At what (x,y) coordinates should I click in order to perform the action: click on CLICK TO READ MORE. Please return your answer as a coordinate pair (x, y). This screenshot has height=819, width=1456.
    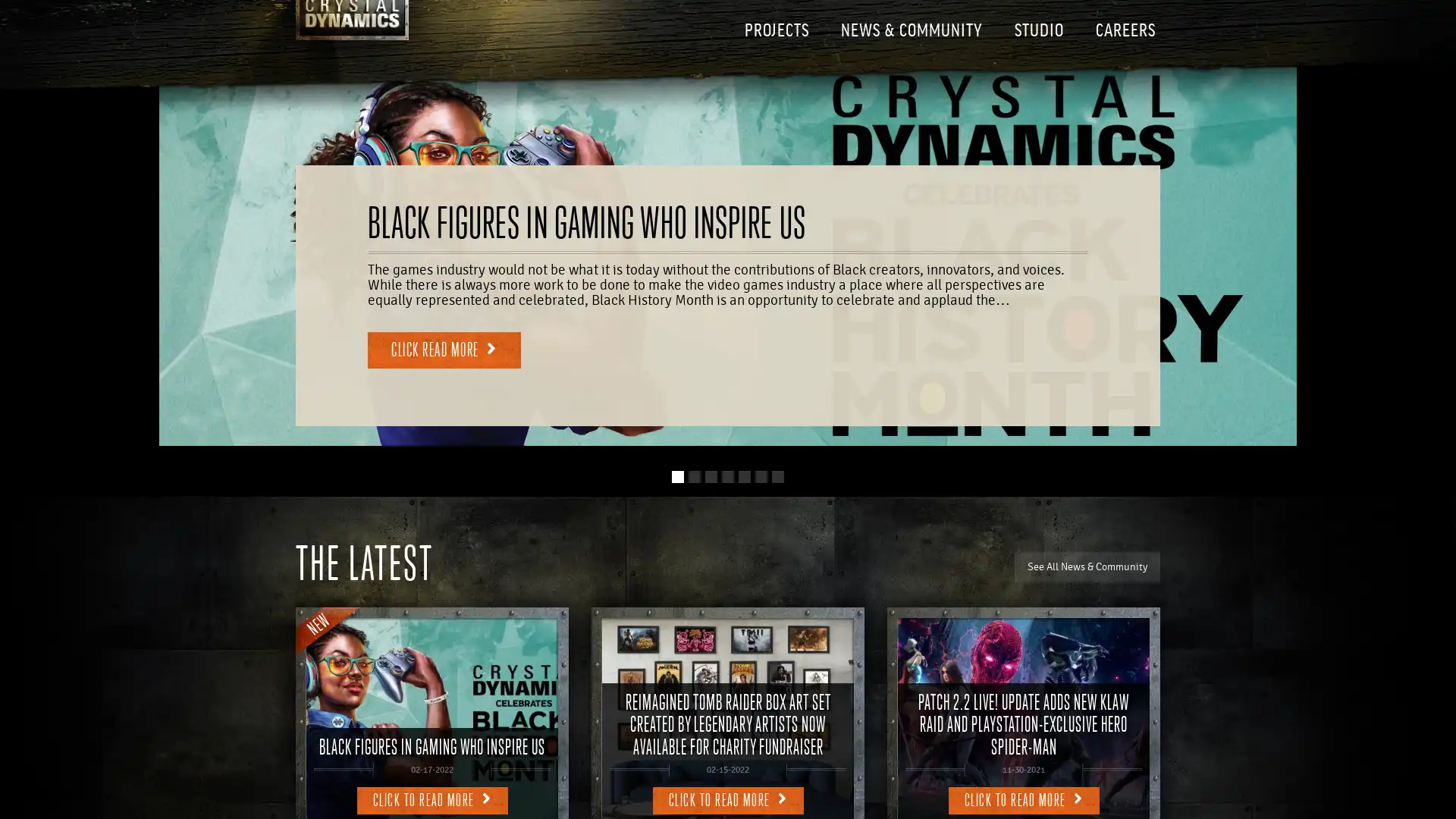
    Looking at the image, I should click on (726, 799).